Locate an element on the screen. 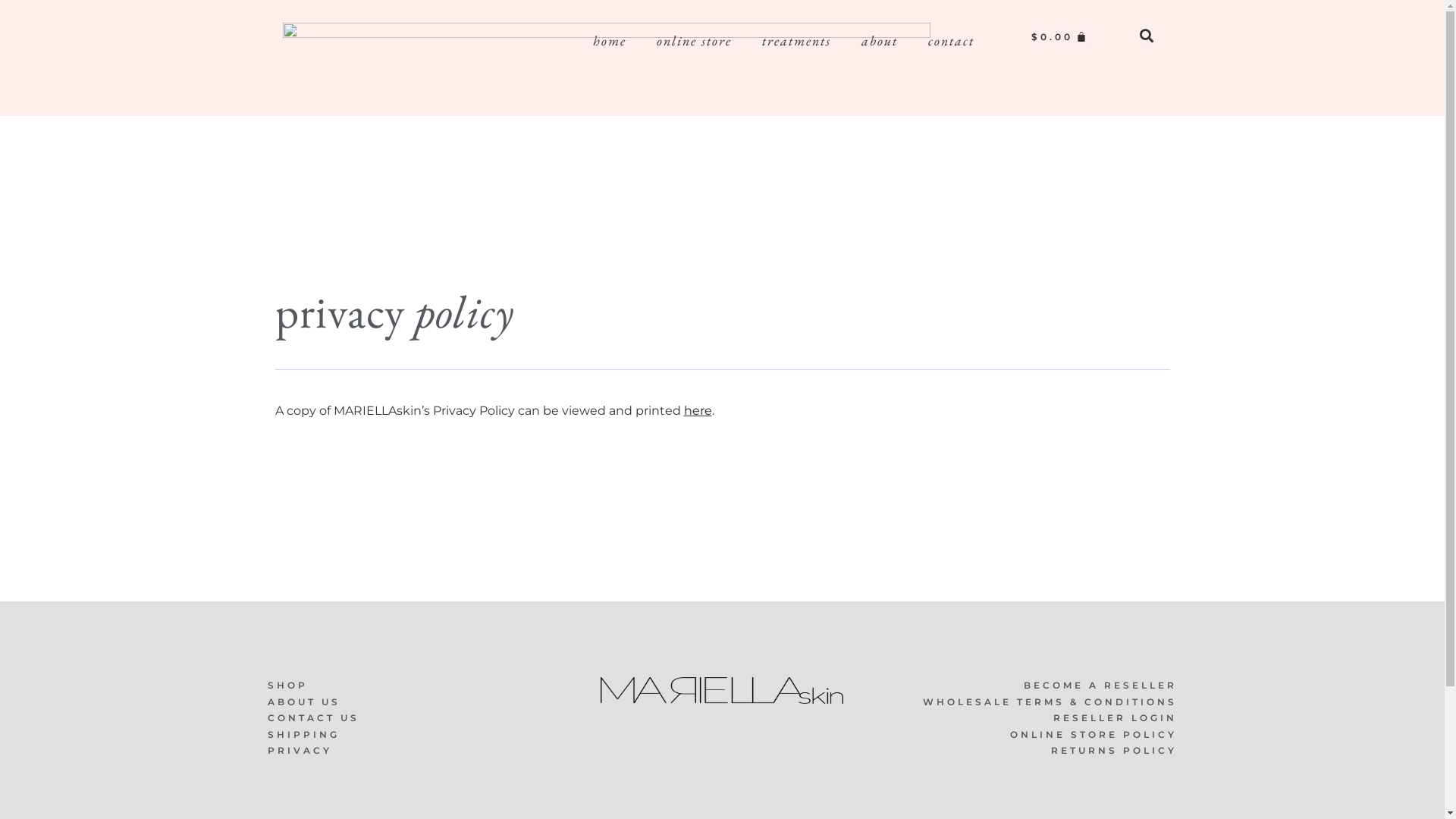 The image size is (1456, 819). 'contact' is located at coordinates (950, 40).